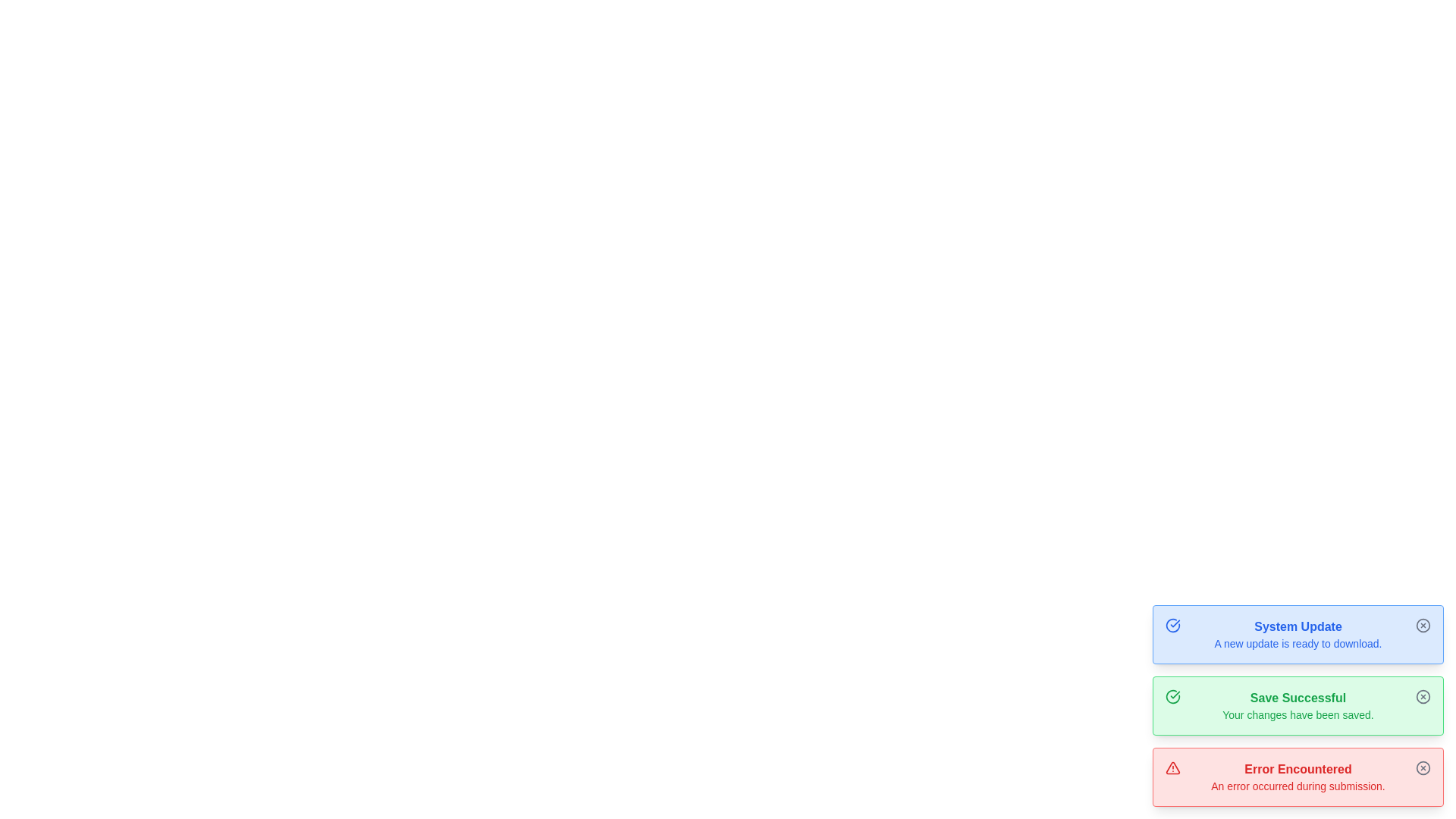  I want to click on the green checkmark icon within the 'Save Successful' message, located to the left of the text content, so click(1172, 696).